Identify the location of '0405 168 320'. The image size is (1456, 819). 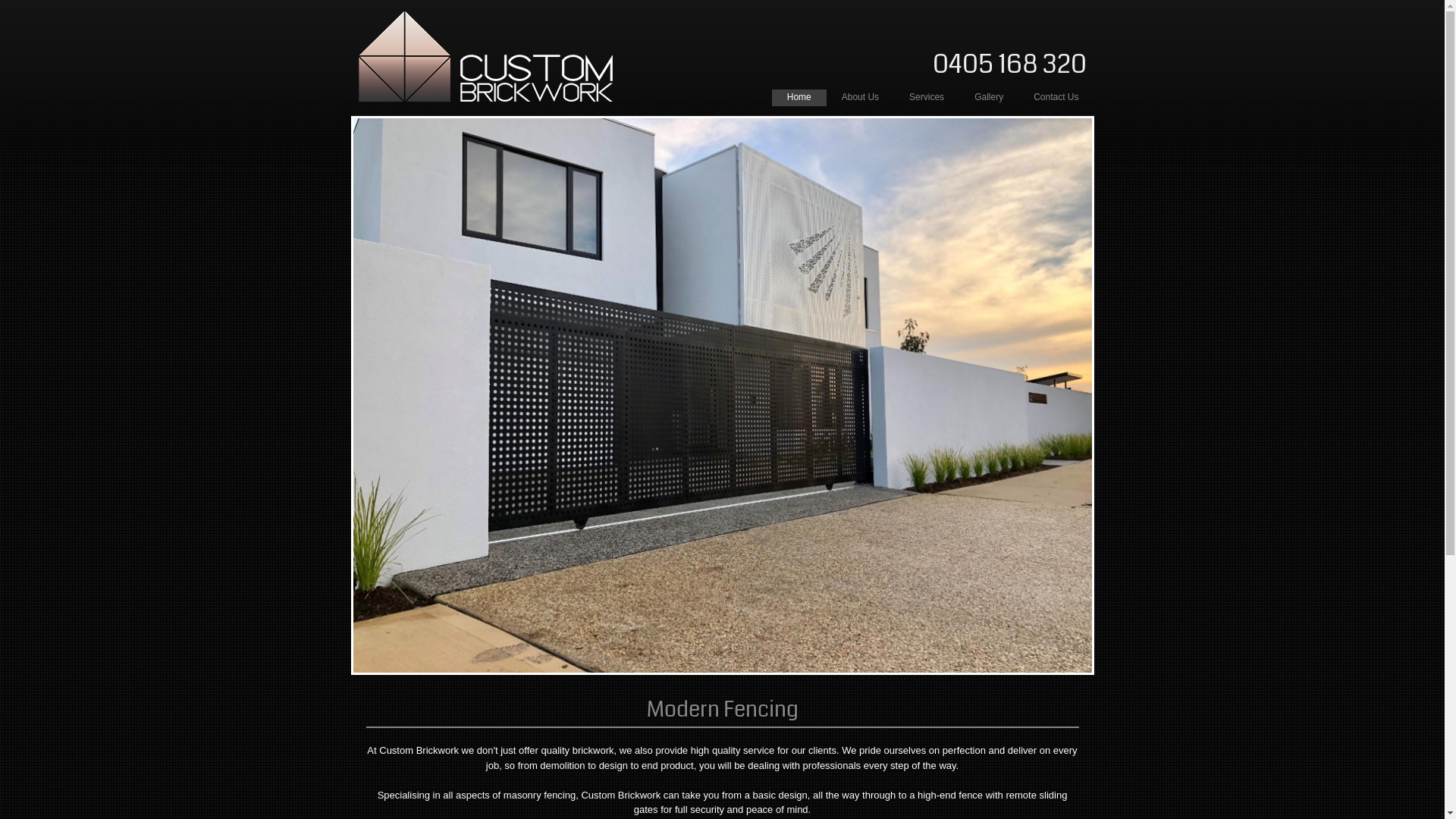
(1009, 63).